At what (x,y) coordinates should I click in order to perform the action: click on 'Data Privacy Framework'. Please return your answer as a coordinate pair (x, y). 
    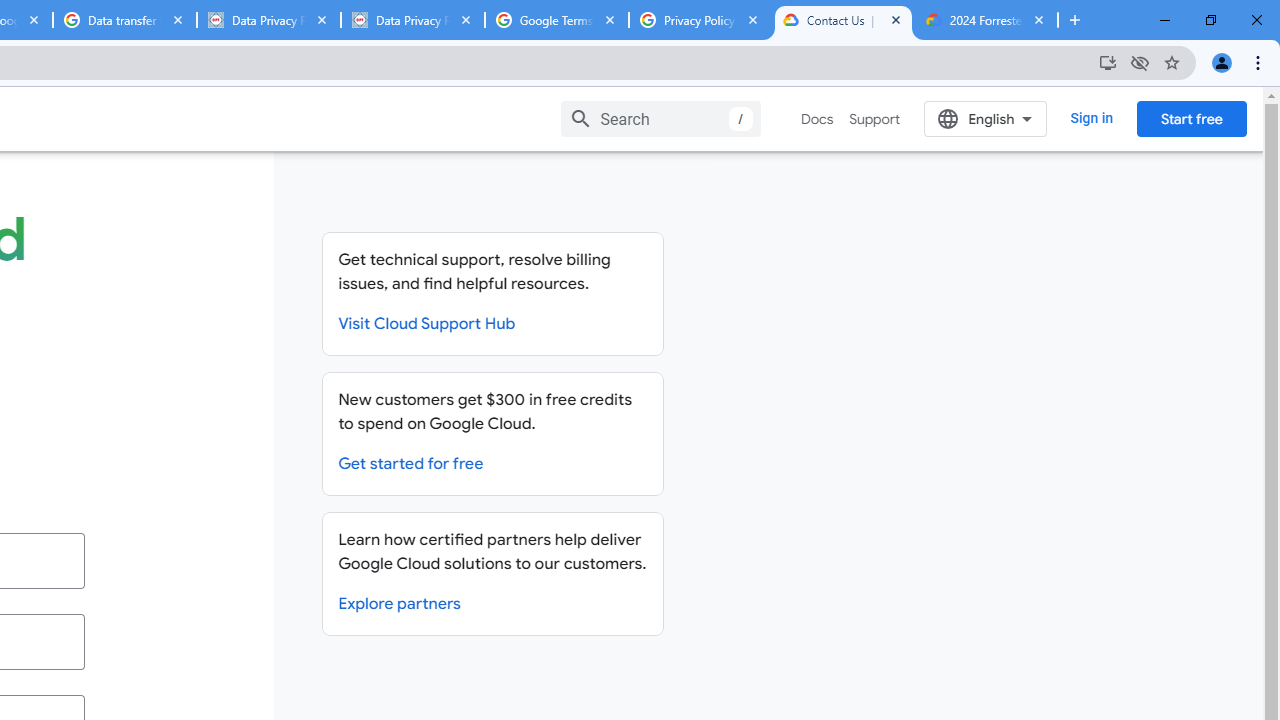
    Looking at the image, I should click on (411, 20).